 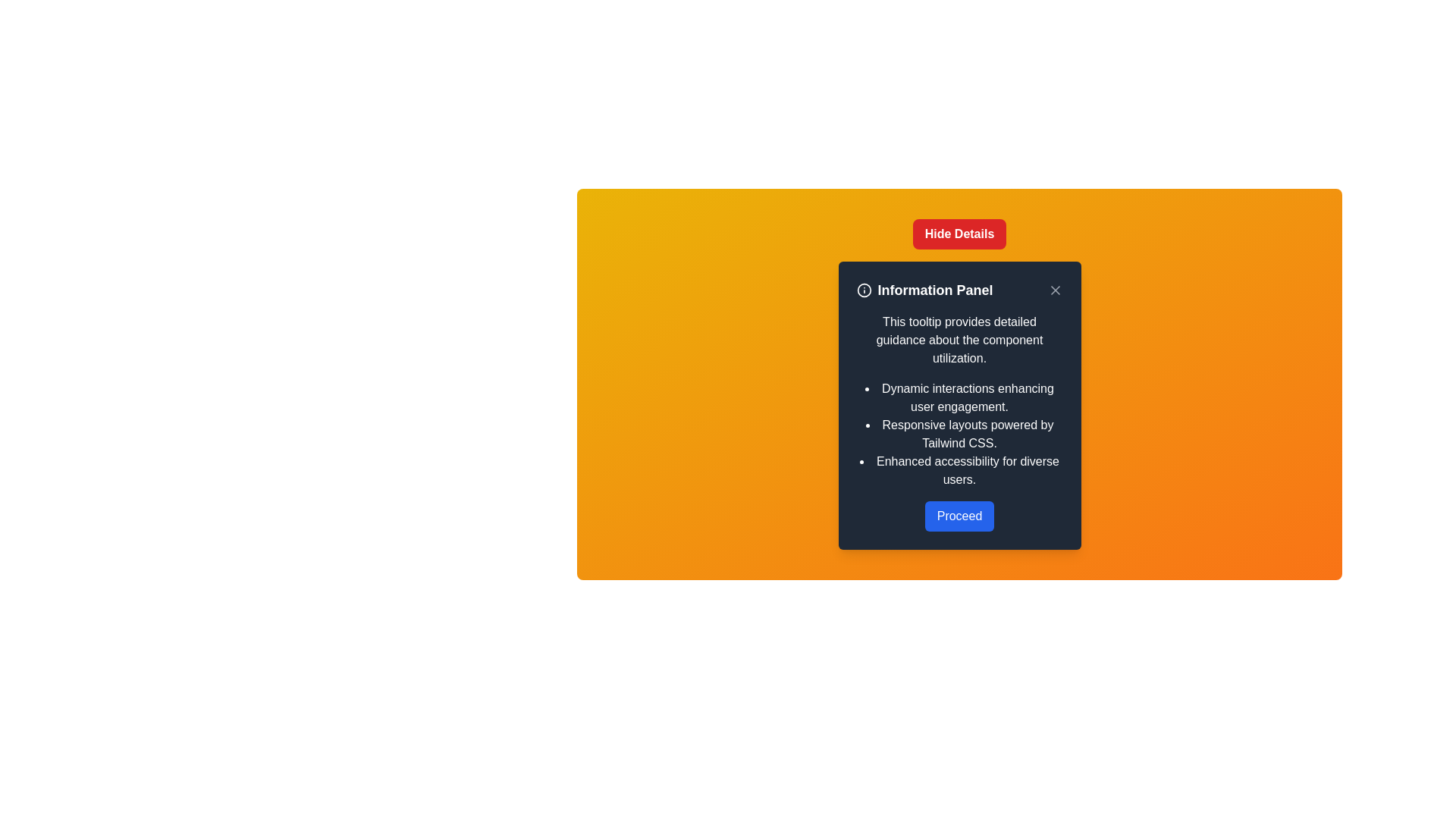 What do you see at coordinates (1054, 290) in the screenshot?
I see `the close button 'X' on the dark-themed header of the 'Information Panel' modal` at bounding box center [1054, 290].